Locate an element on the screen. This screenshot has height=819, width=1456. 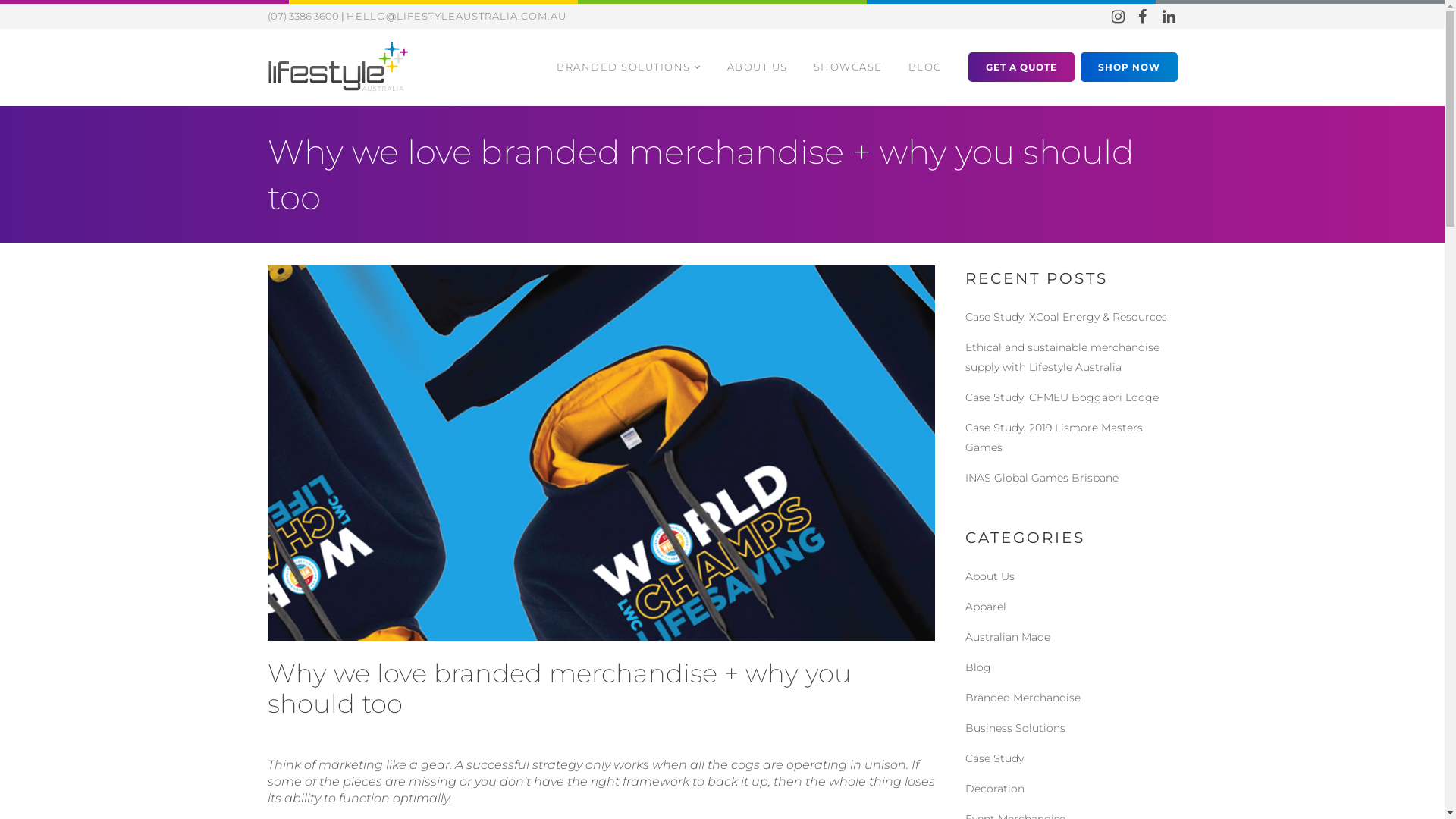
'Business Solutions' is located at coordinates (1015, 727).